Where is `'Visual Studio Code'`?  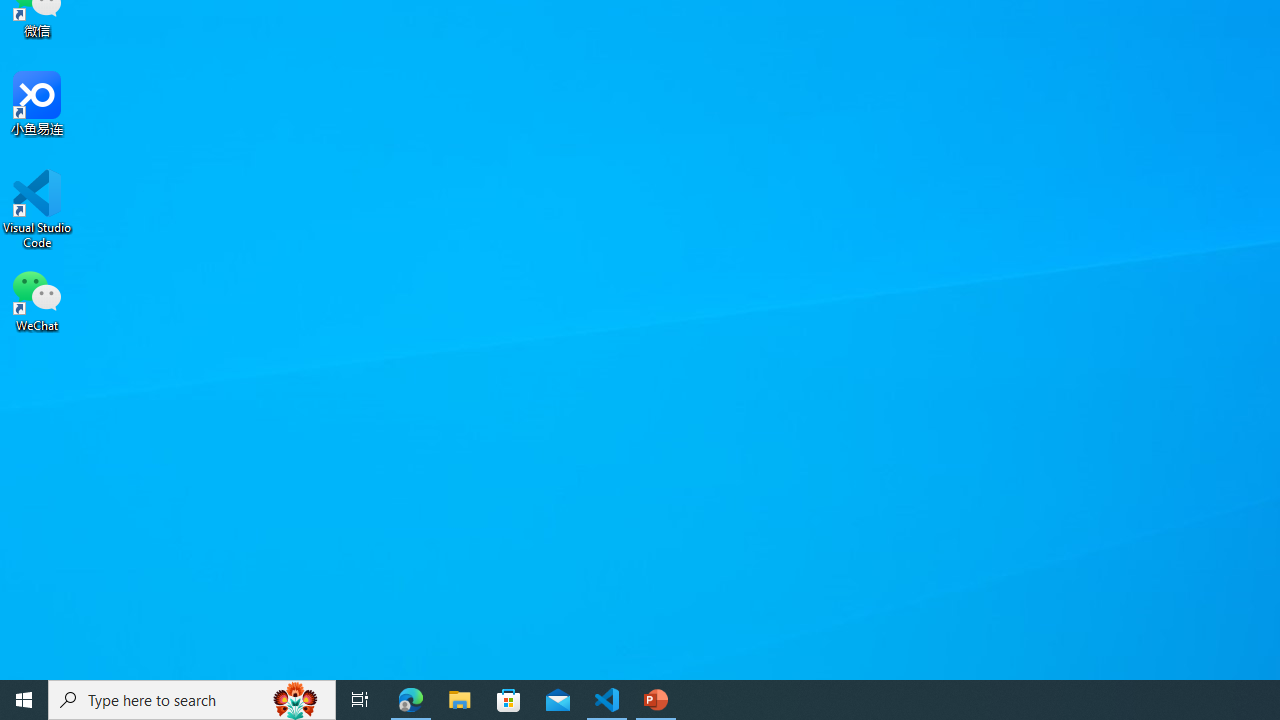 'Visual Studio Code' is located at coordinates (37, 209).